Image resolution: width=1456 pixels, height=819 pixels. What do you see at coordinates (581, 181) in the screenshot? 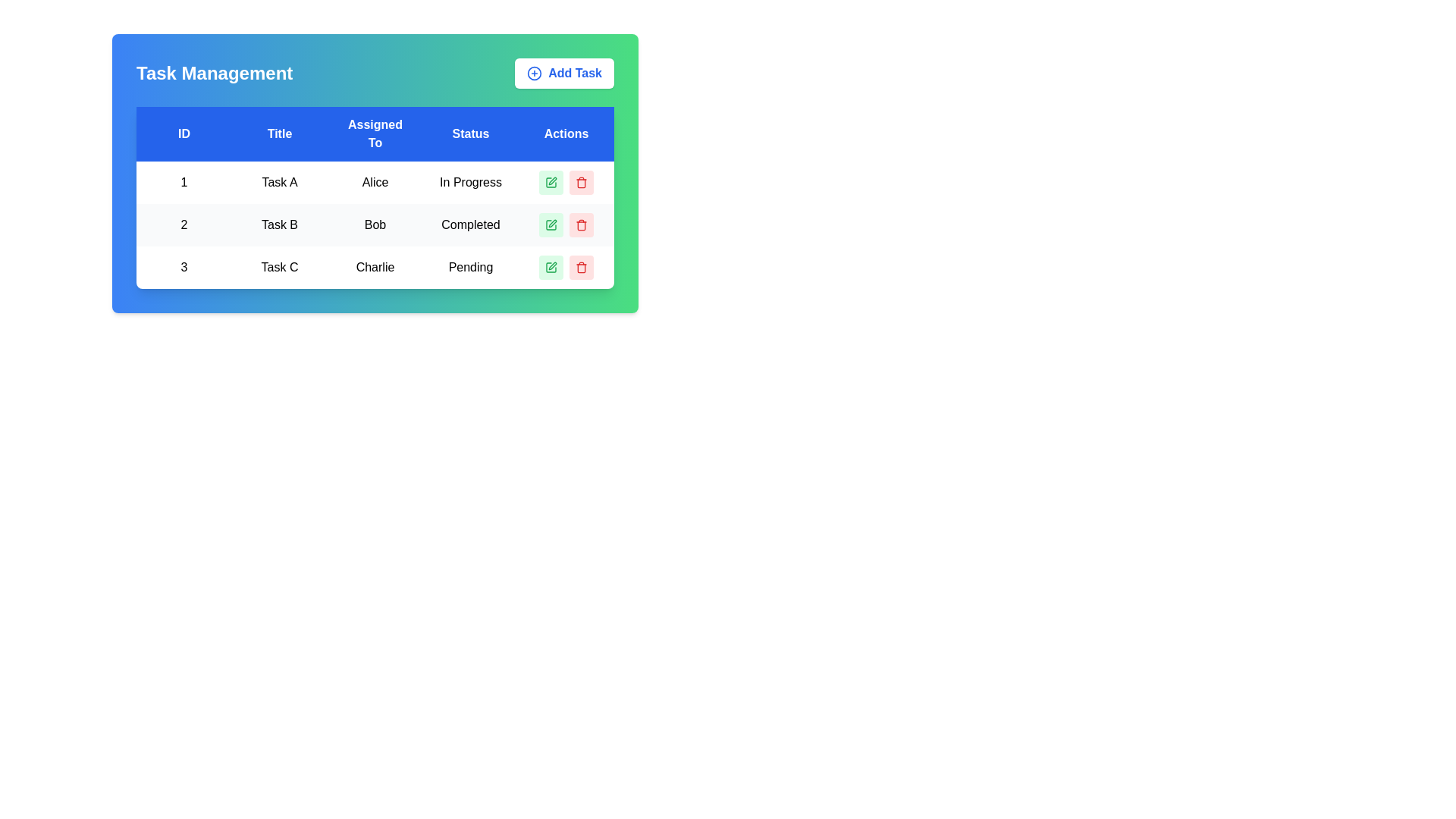
I see `the red trash icon button located in the 'Actions' column of the first row in the table to observe its hover effects` at bounding box center [581, 181].